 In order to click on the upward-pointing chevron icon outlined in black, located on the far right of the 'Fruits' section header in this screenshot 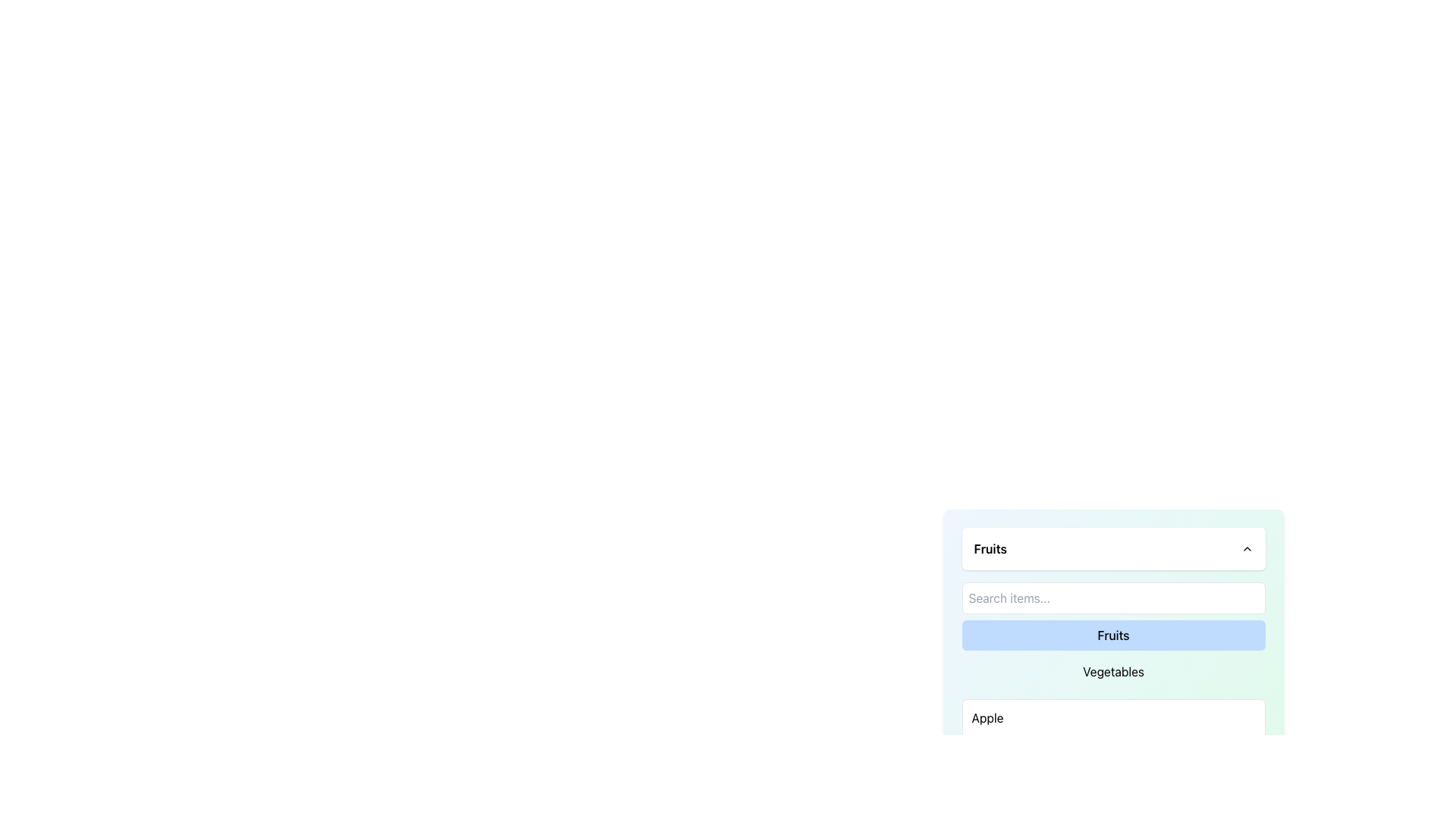, I will do `click(1247, 549)`.